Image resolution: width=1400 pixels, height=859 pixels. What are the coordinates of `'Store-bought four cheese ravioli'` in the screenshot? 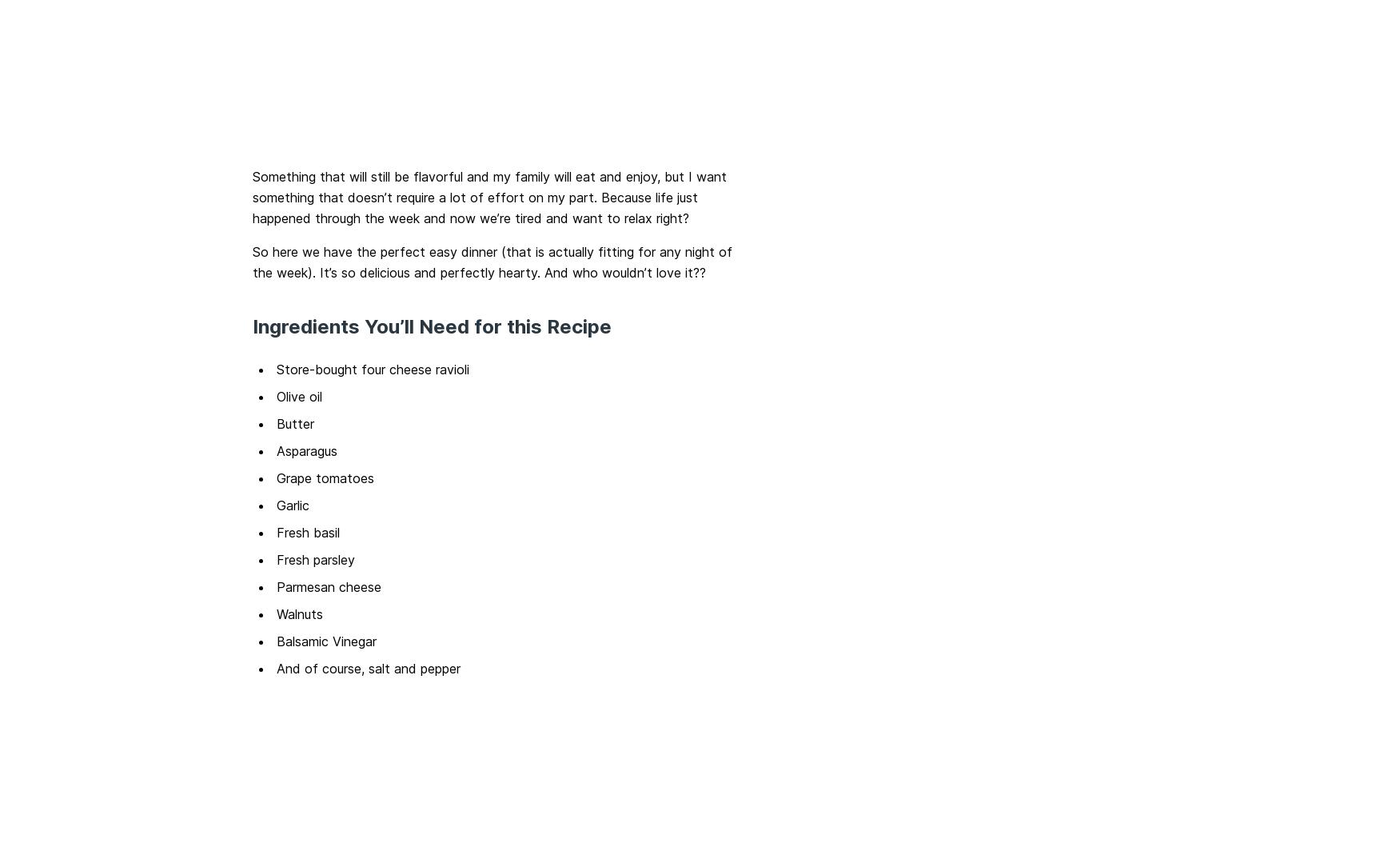 It's located at (373, 367).